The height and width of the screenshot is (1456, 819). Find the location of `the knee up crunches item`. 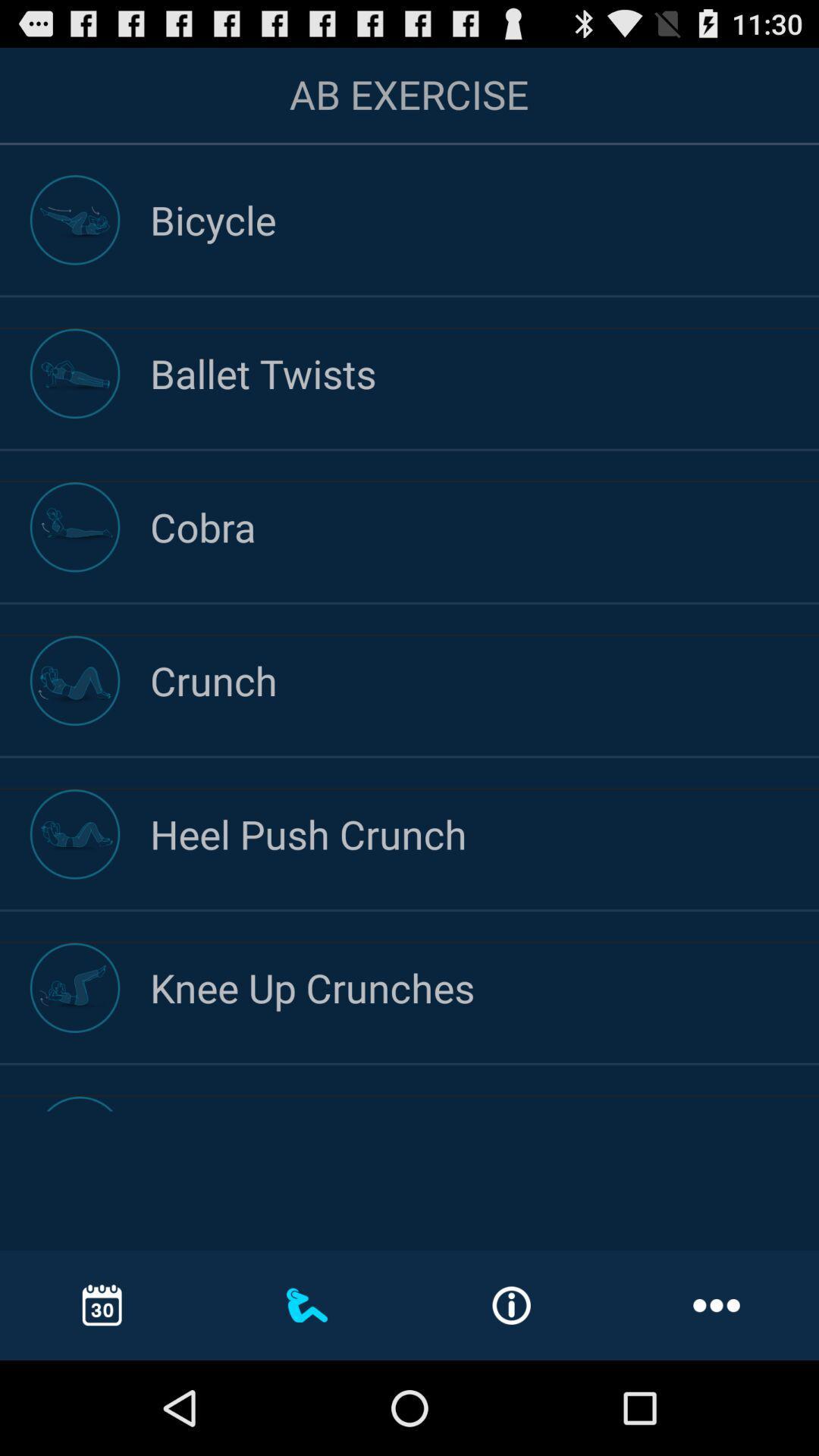

the knee up crunches item is located at coordinates (485, 987).